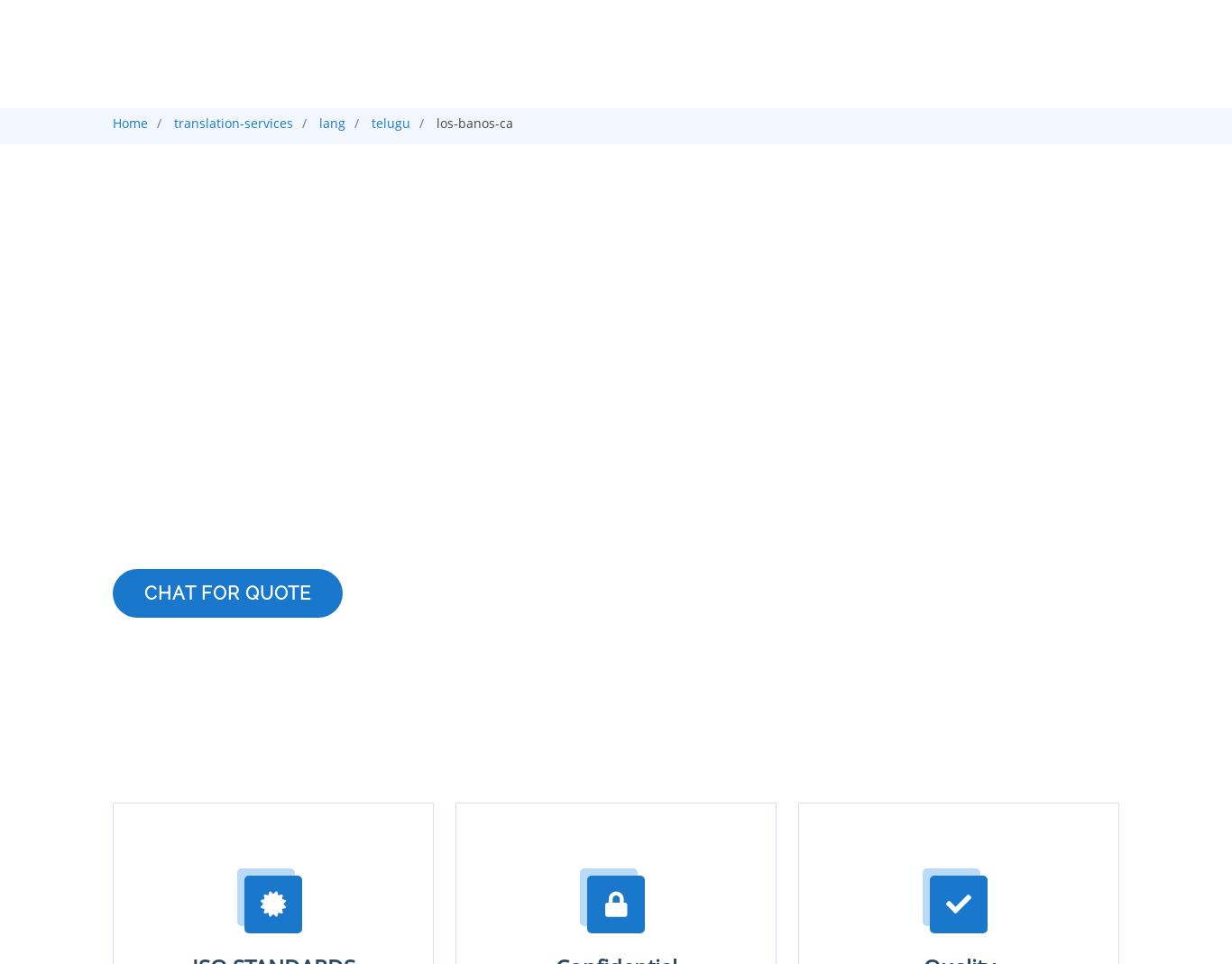 This screenshot has height=964, width=1232. I want to click on 'Services', so click(738, 34).